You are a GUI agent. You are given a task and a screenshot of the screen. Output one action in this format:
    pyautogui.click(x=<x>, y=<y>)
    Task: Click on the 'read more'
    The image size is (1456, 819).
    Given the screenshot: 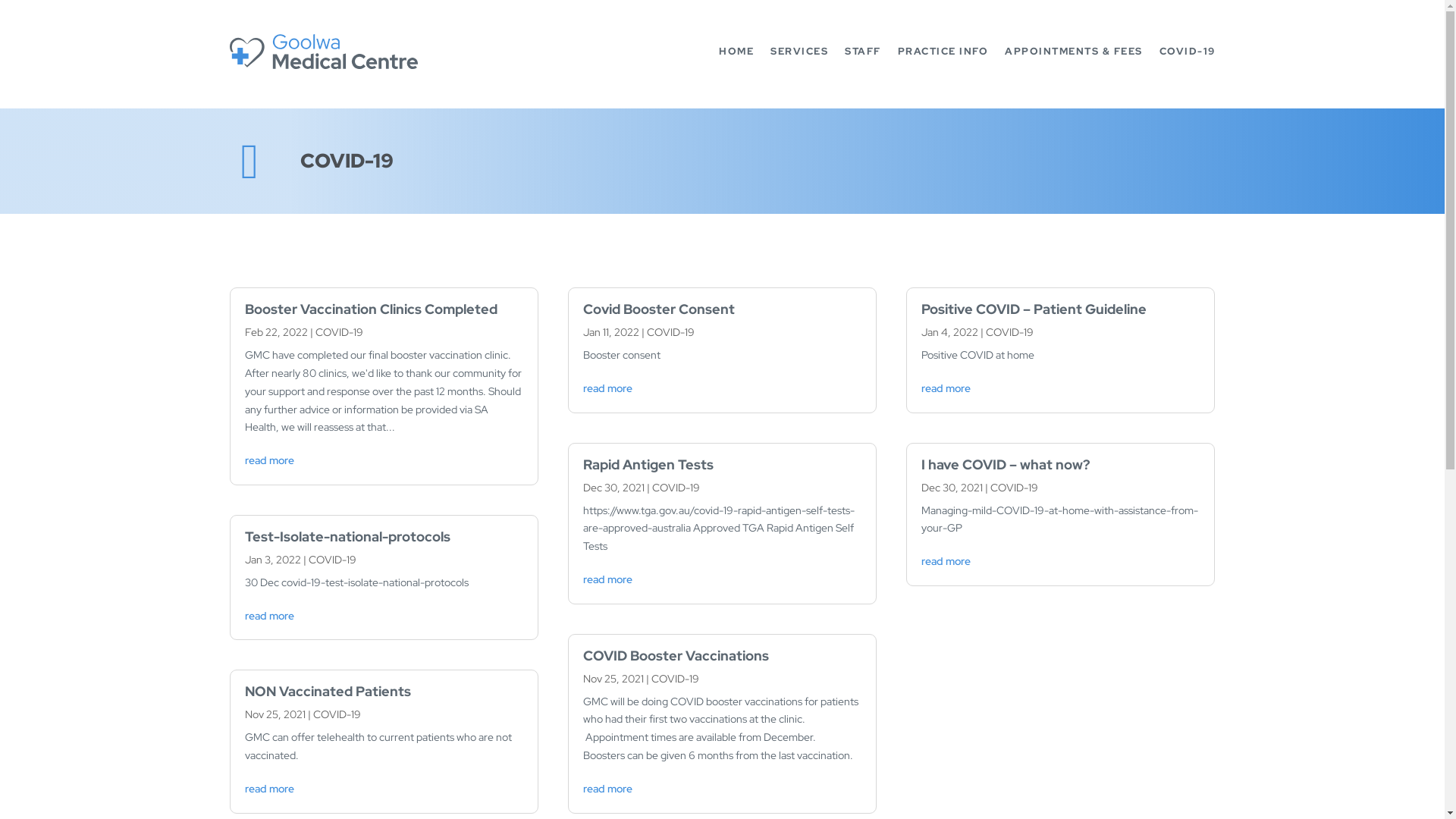 What is the action you would take?
    pyautogui.click(x=268, y=788)
    